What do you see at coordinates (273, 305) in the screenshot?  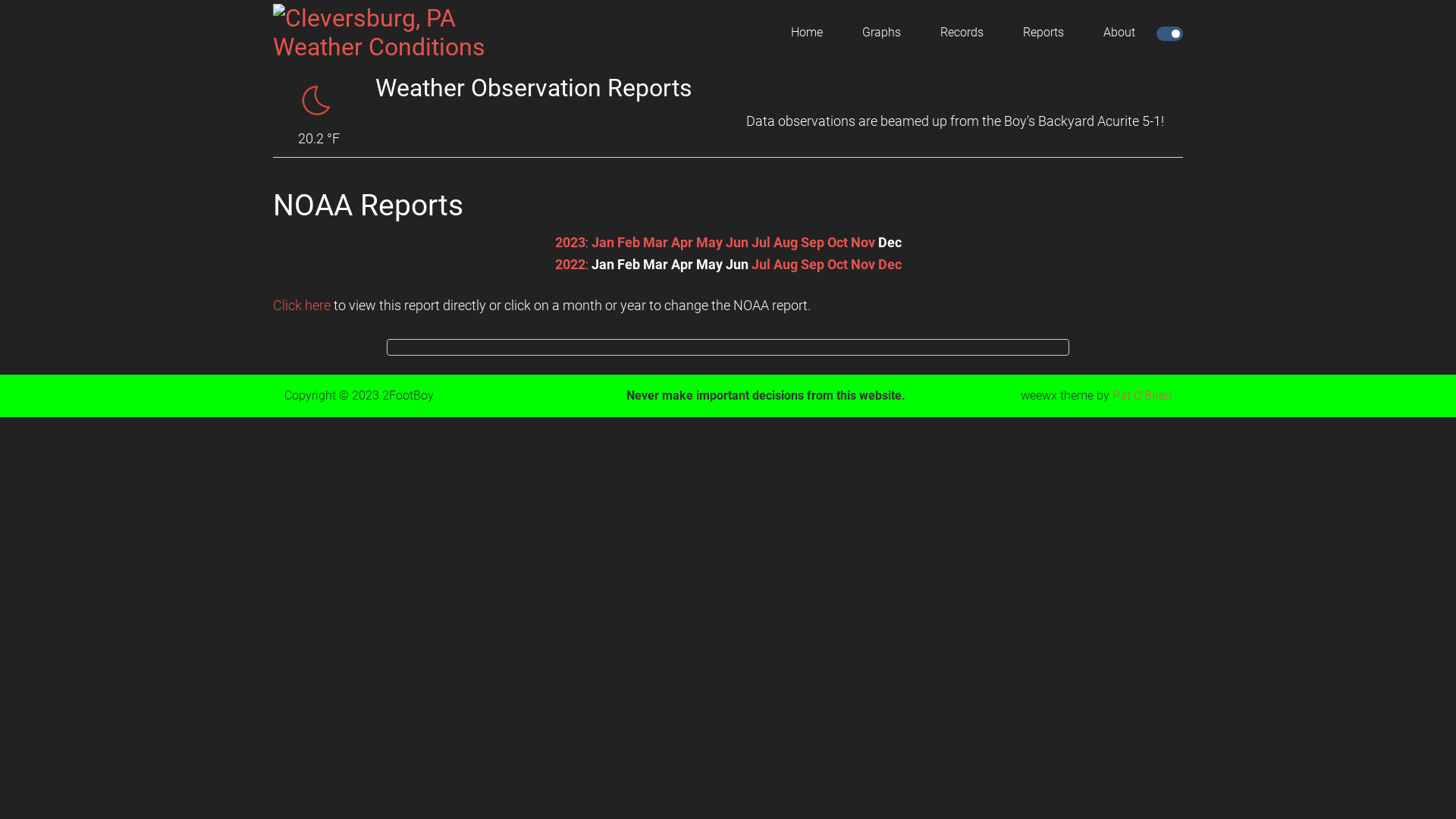 I see `'Click here'` at bounding box center [273, 305].